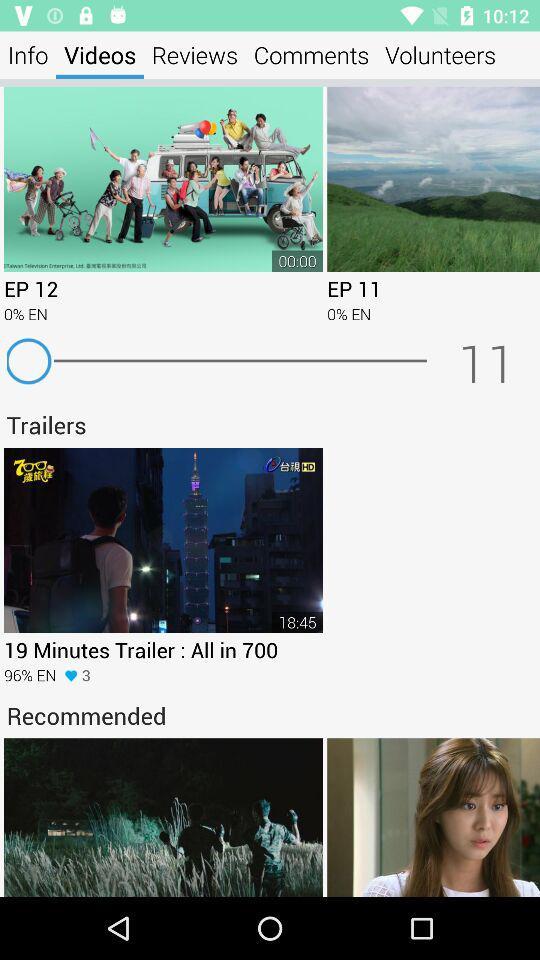 This screenshot has height=960, width=540. Describe the element at coordinates (194, 54) in the screenshot. I see `item next to the comments app` at that location.